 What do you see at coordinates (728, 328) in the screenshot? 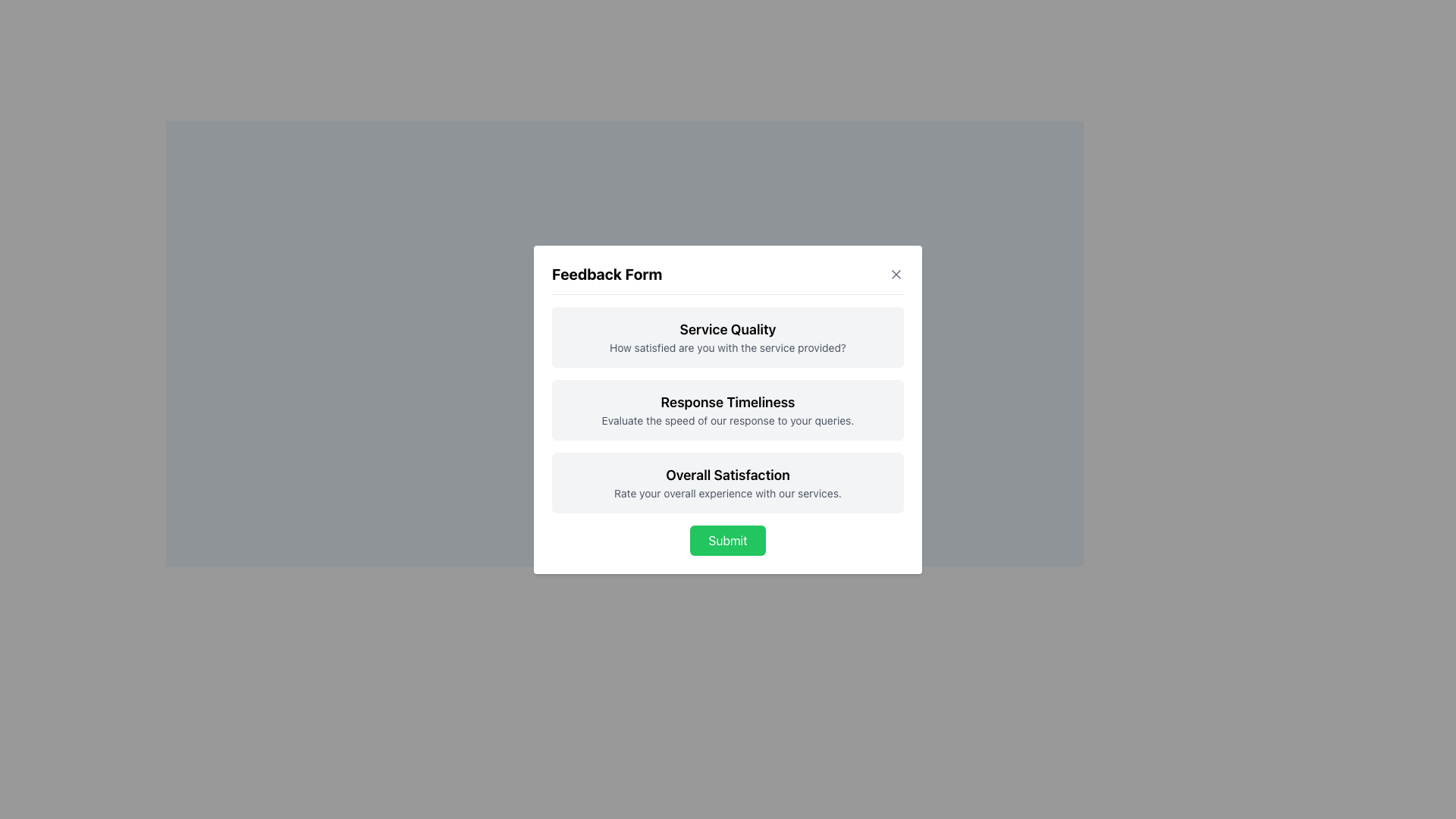
I see `the bold, large-font text label displaying 'Service Quality', which is centrally aligned and located above the question 'How satisfied are you with the service provided?'` at bounding box center [728, 328].